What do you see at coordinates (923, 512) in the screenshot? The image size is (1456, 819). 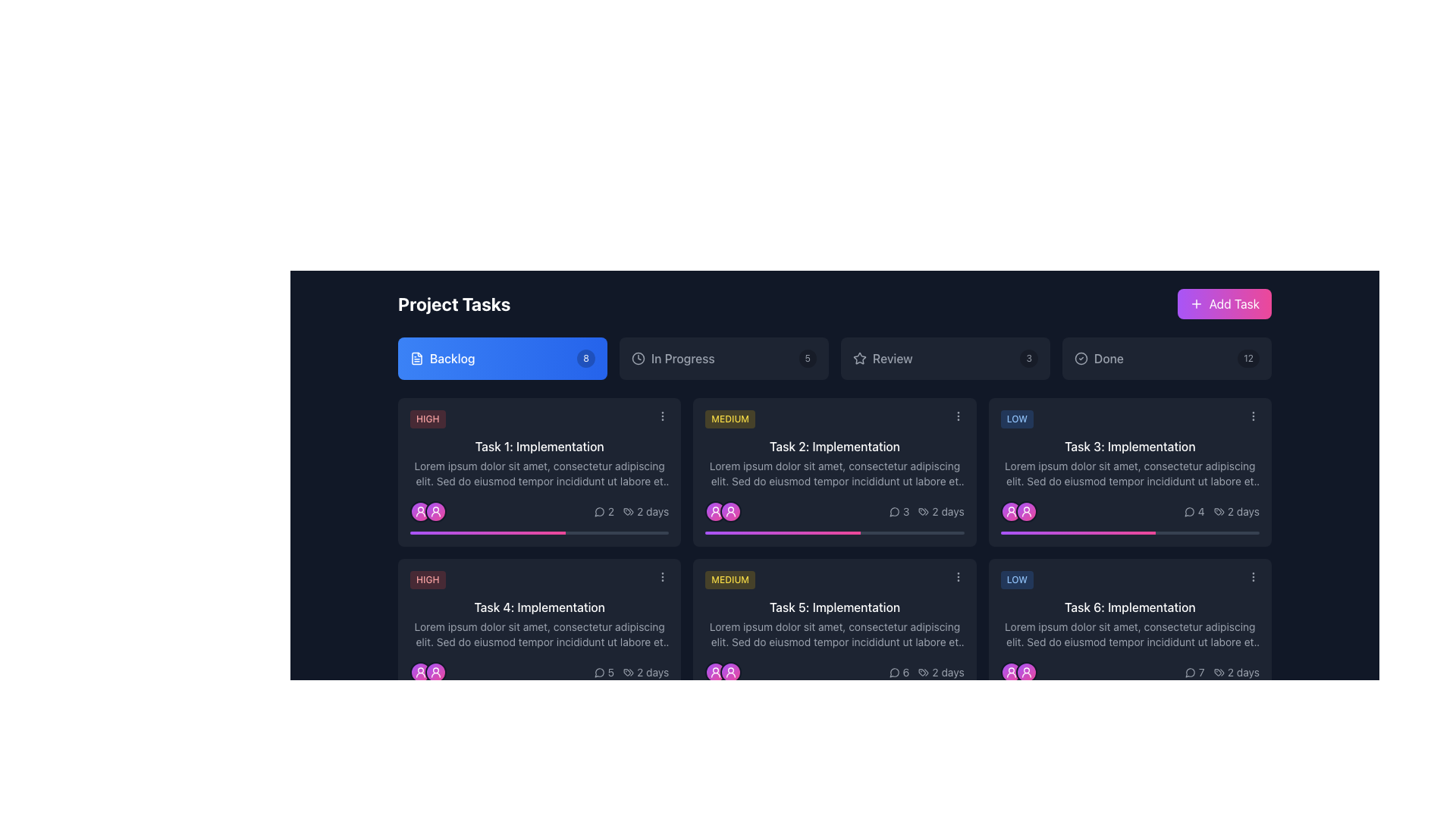 I see `the visual representation of the small tag-shaped icon located to the left of the text '2 days' in the bottom right corner of the task card` at bounding box center [923, 512].